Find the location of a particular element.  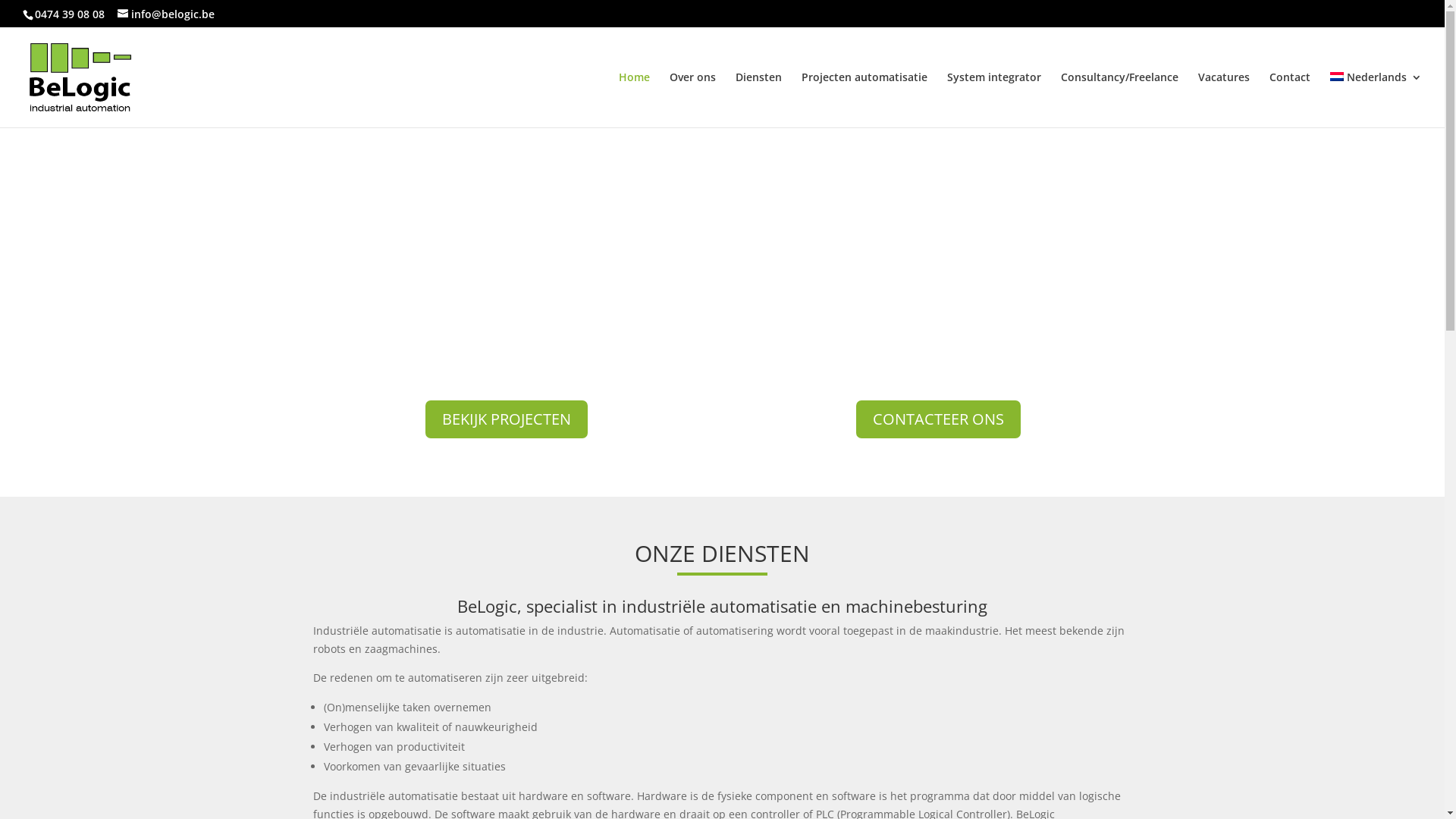

'Diensten' is located at coordinates (758, 99).